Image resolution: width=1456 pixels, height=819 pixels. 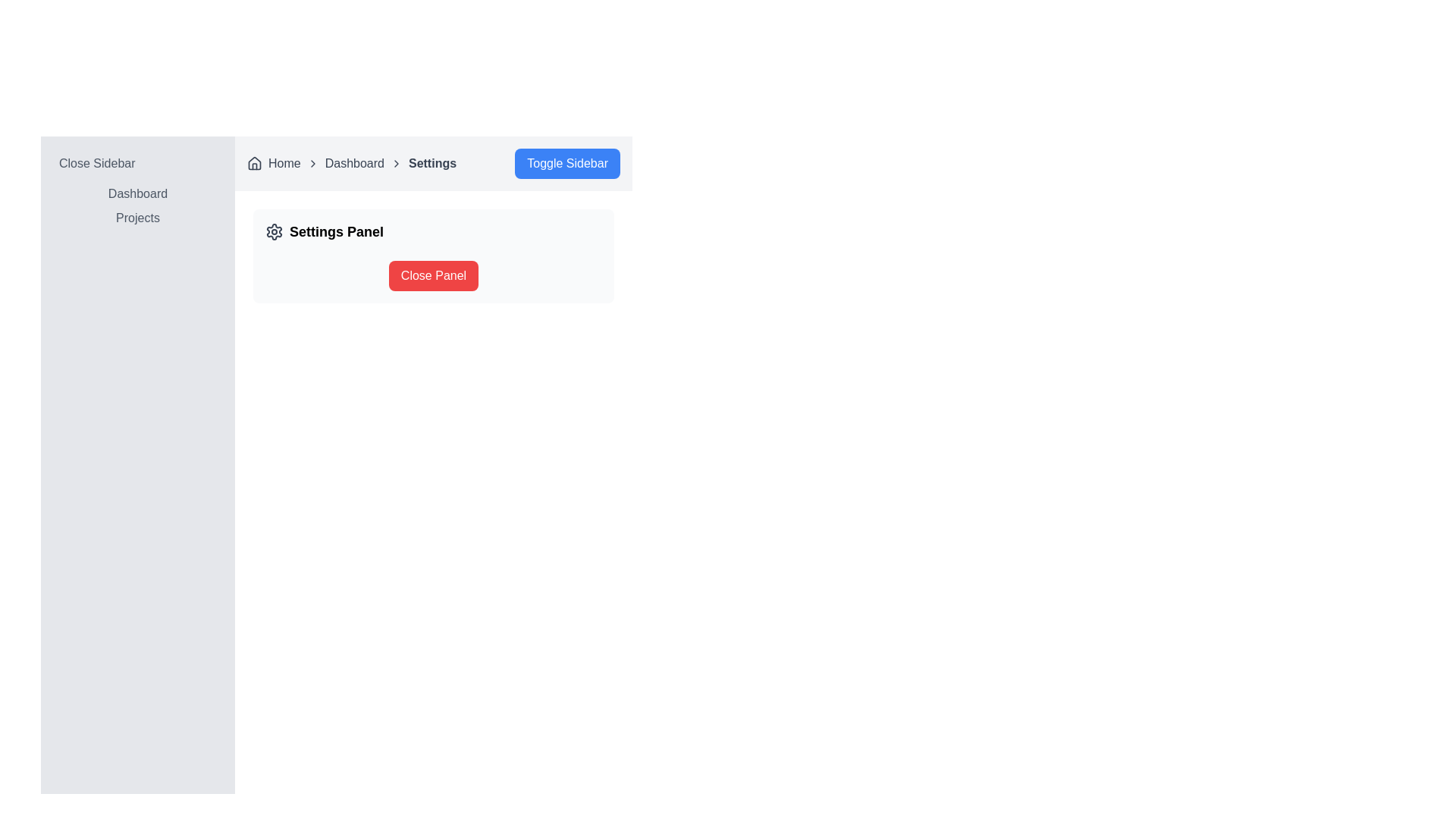 What do you see at coordinates (284, 164) in the screenshot?
I see `the 'Home' hyperlink in the breadcrumb navigation bar` at bounding box center [284, 164].